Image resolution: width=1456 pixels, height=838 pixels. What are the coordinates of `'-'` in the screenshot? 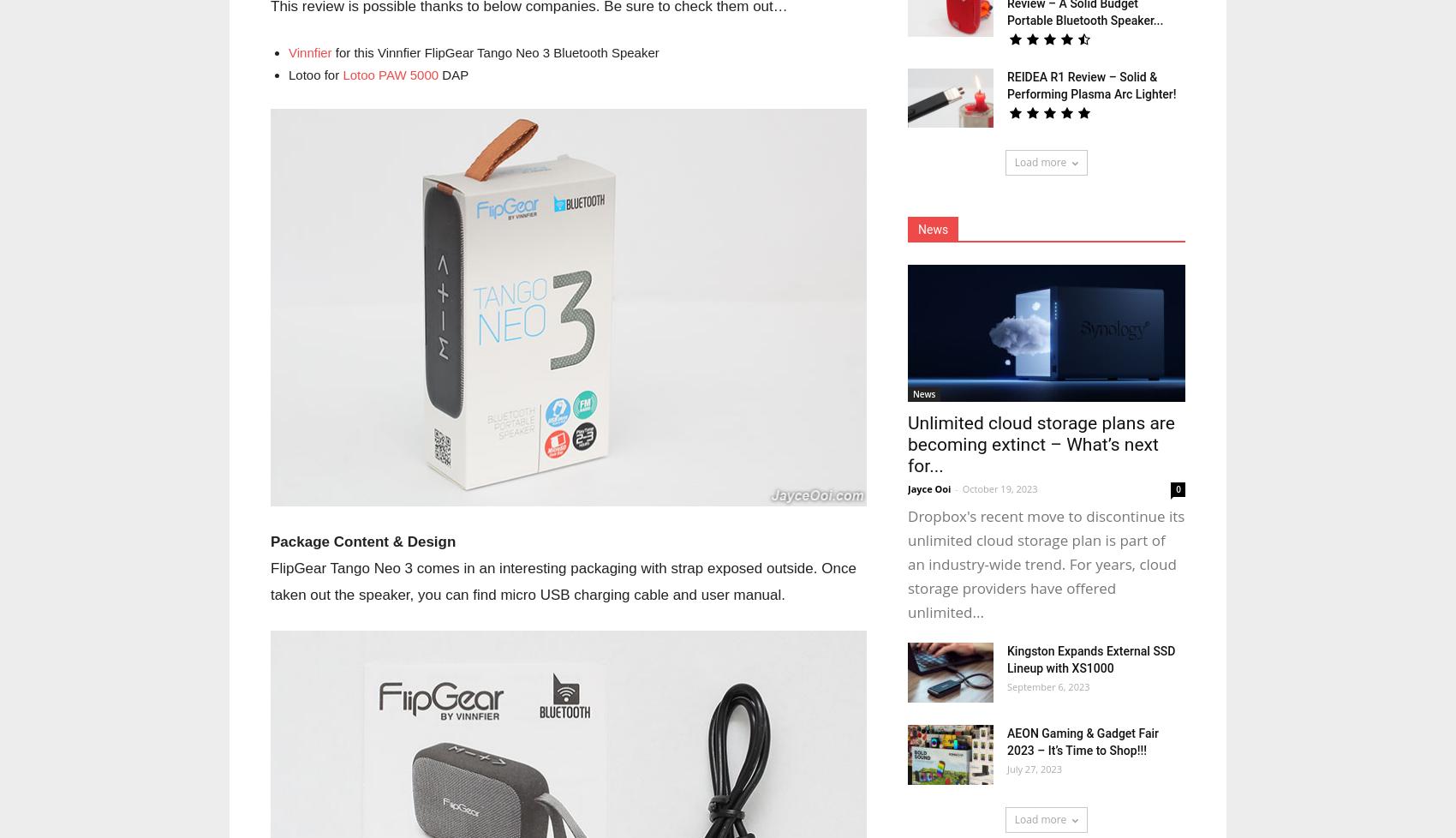 It's located at (955, 488).